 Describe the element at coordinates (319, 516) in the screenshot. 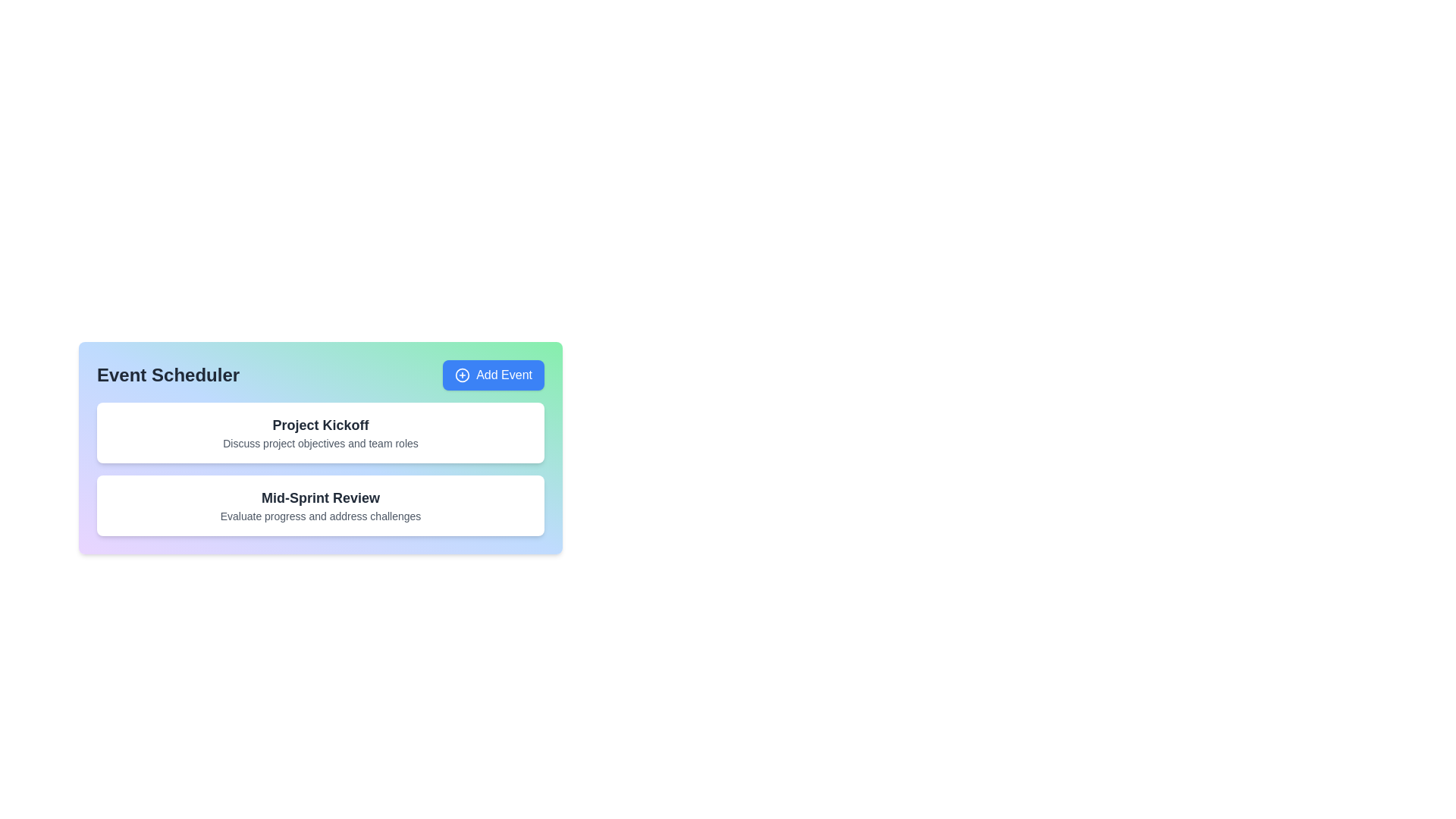

I see `the static text element that provides supplementary notes related to the 'Mid-Sprint Review' event, located below the header text within the 'Mid-Sprint Review' card in the 'Event Scheduler' section` at that location.